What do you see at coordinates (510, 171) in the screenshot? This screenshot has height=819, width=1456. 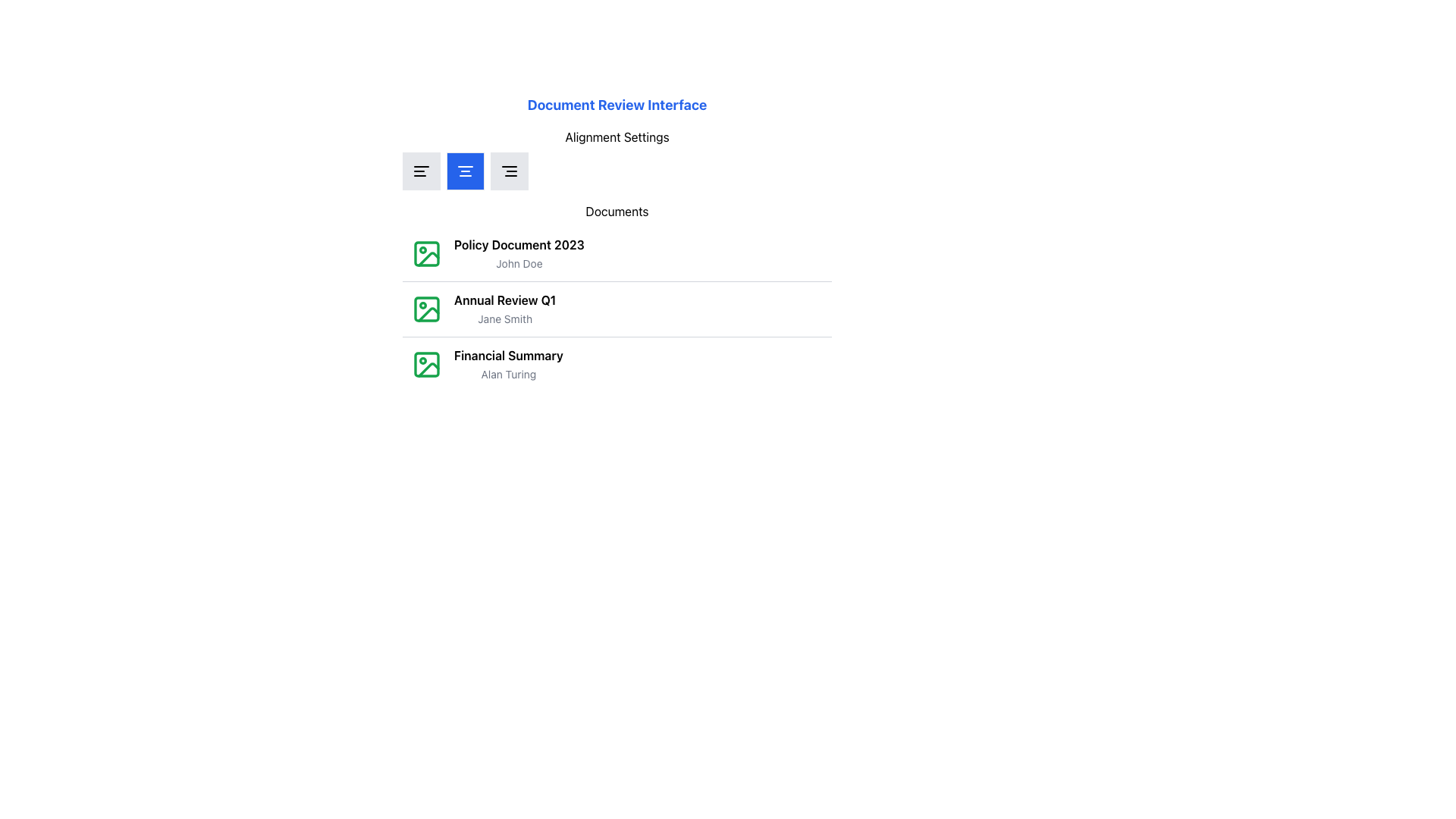 I see `the right alignment icon located below the 'Alignment Settings' section to apply right alignment to the content` at bounding box center [510, 171].